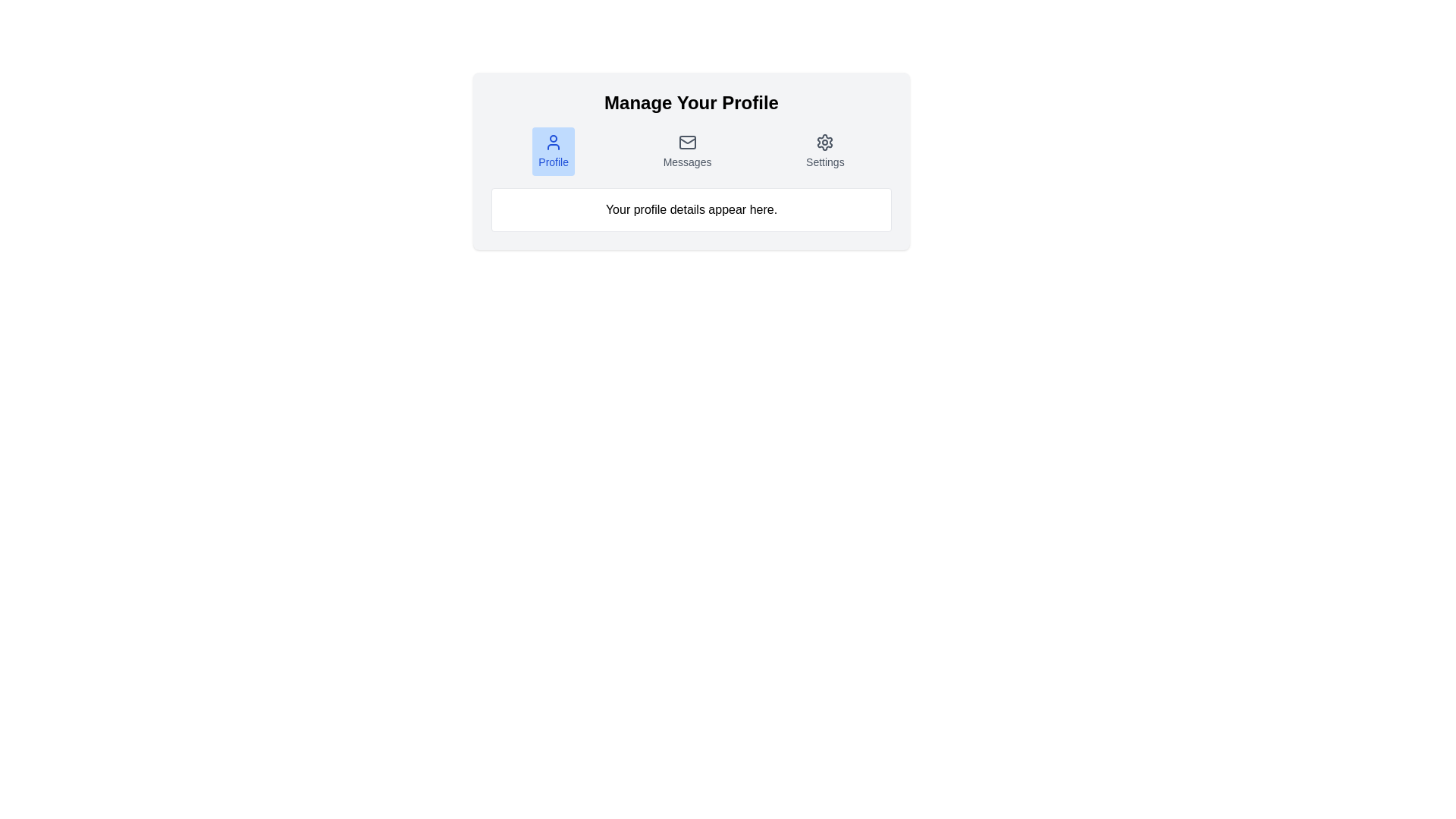 Image resolution: width=1456 pixels, height=819 pixels. What do you see at coordinates (686, 152) in the screenshot?
I see `the navigation button for Messages, which is the second option in a horizontal group between Profile and Settings` at bounding box center [686, 152].